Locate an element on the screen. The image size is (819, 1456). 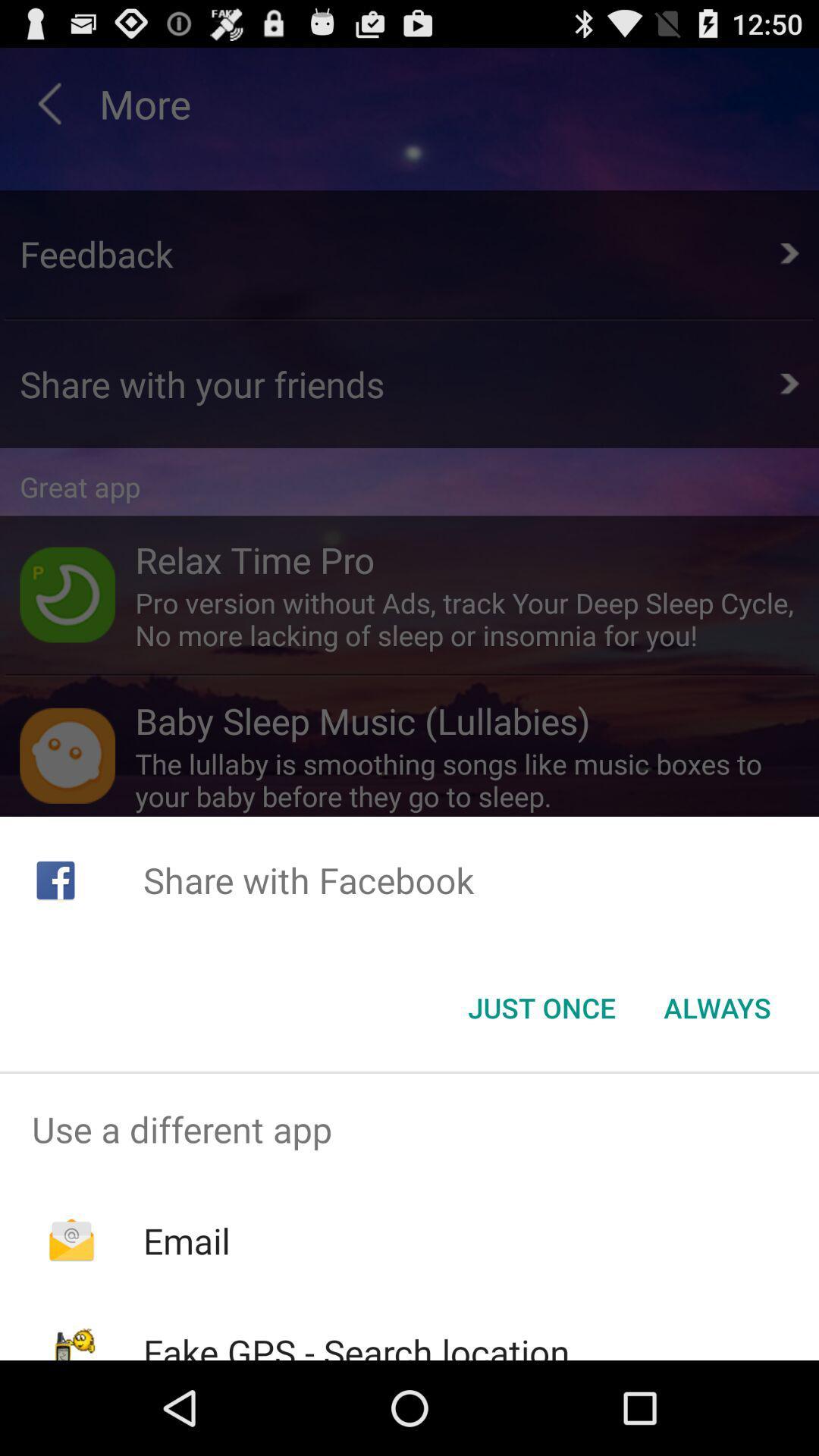
email app is located at coordinates (186, 1241).